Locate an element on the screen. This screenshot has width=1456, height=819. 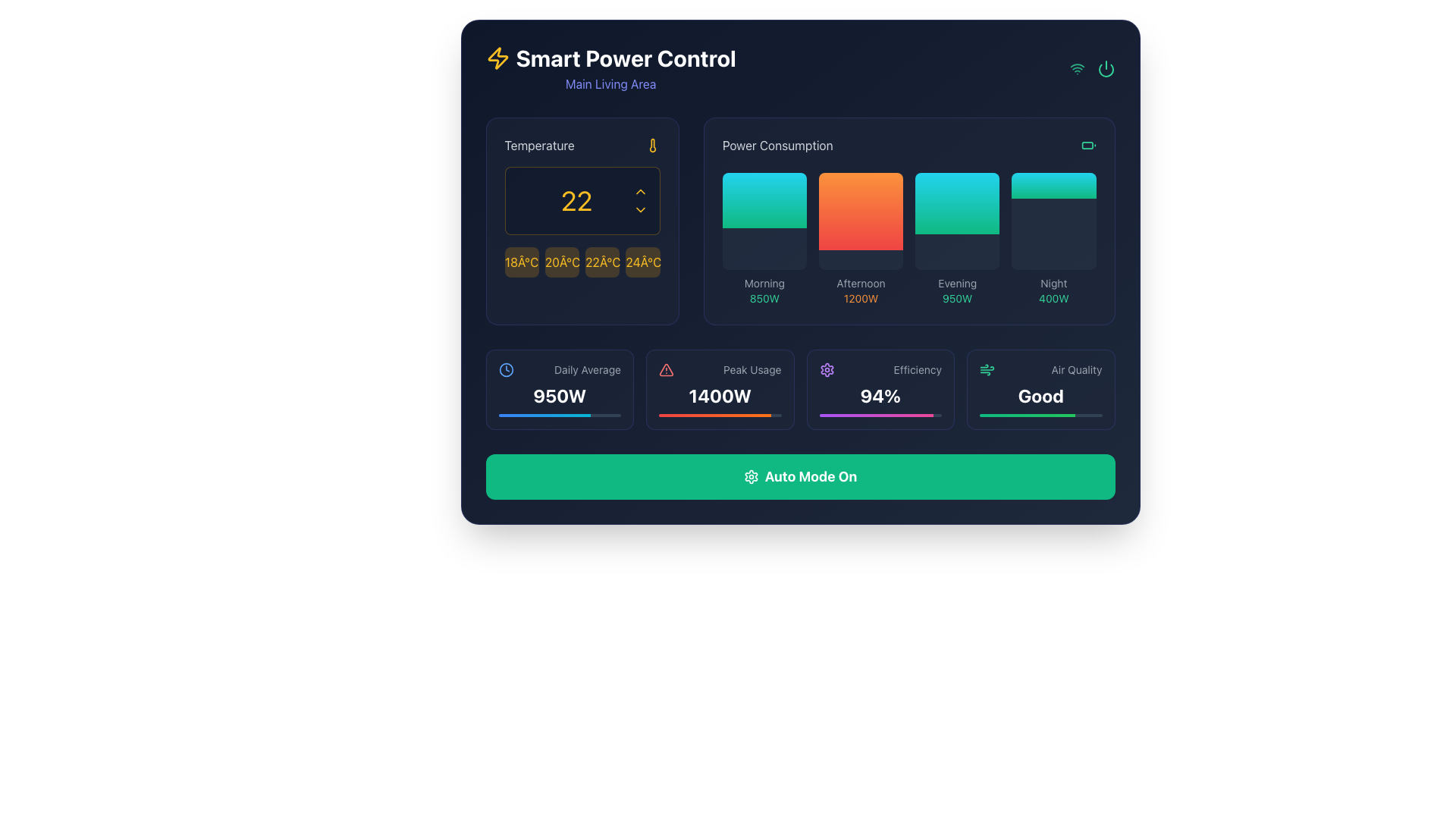
the vertical gradient representation bar in the 'Power Consumption' section that represents 'Afternoon', located between 'Morning' and 'Evening' is located at coordinates (861, 212).